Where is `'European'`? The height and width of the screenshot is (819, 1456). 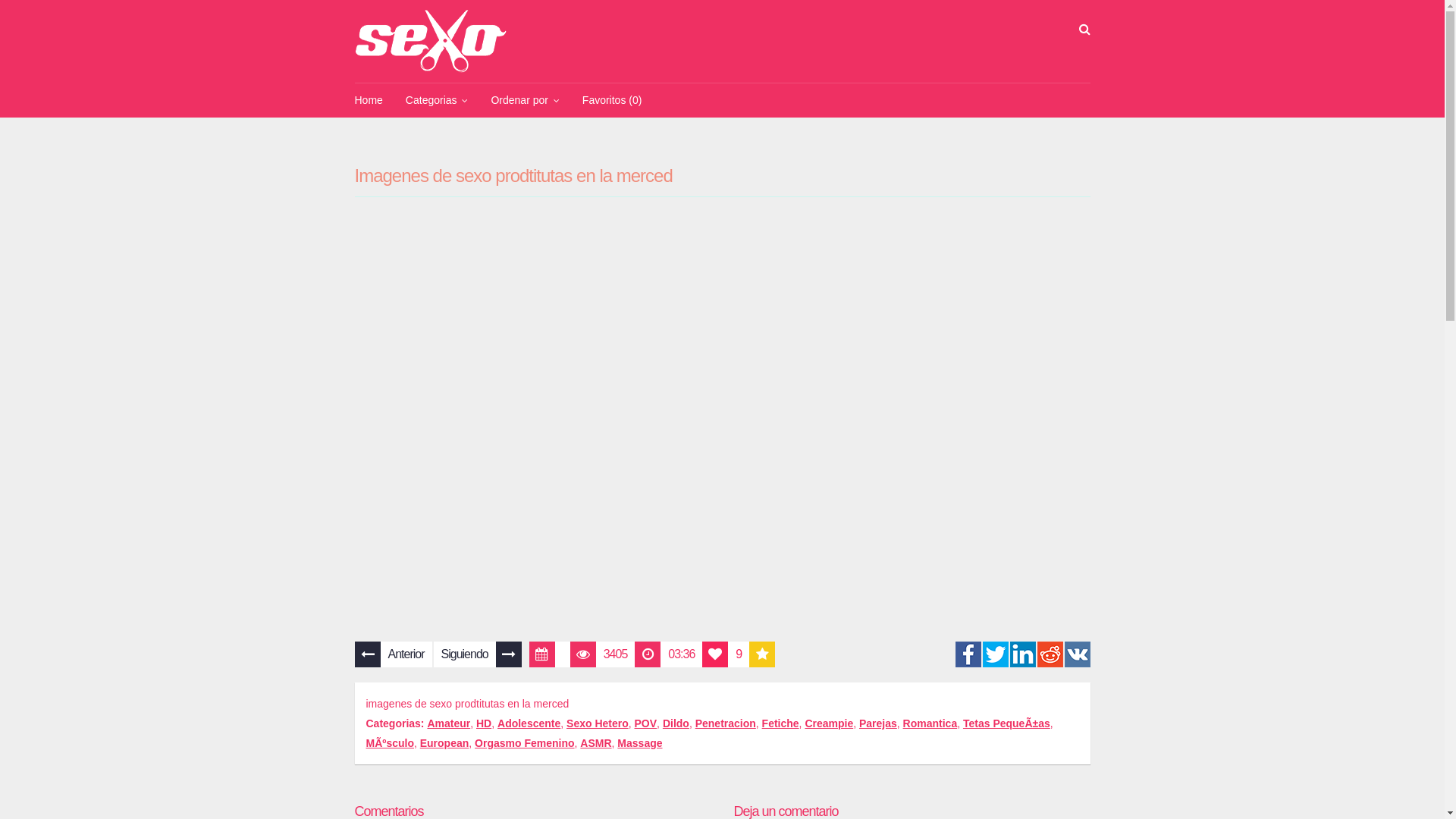 'European' is located at coordinates (444, 742).